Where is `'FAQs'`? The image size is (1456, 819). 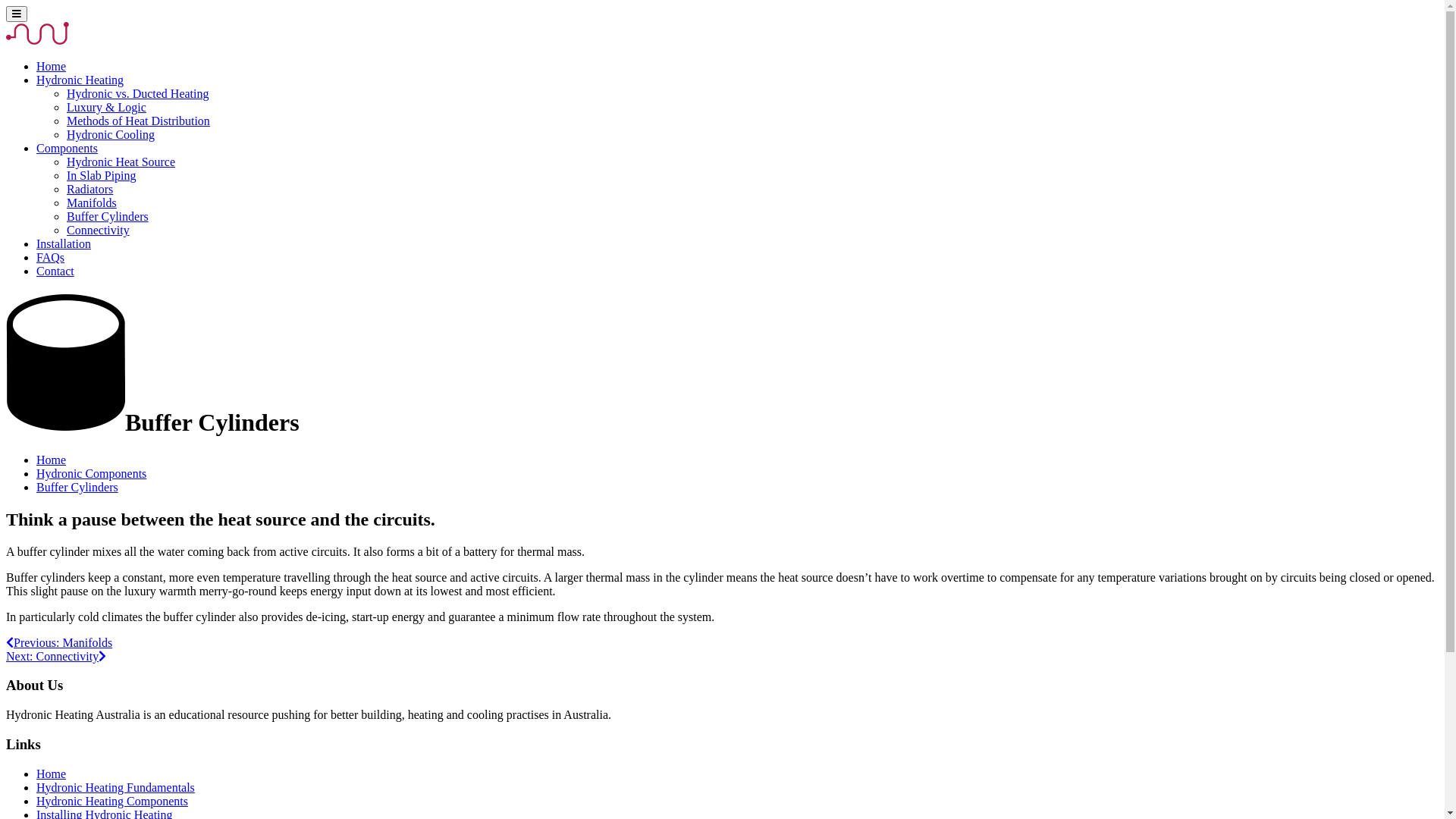
'FAQs' is located at coordinates (50, 256).